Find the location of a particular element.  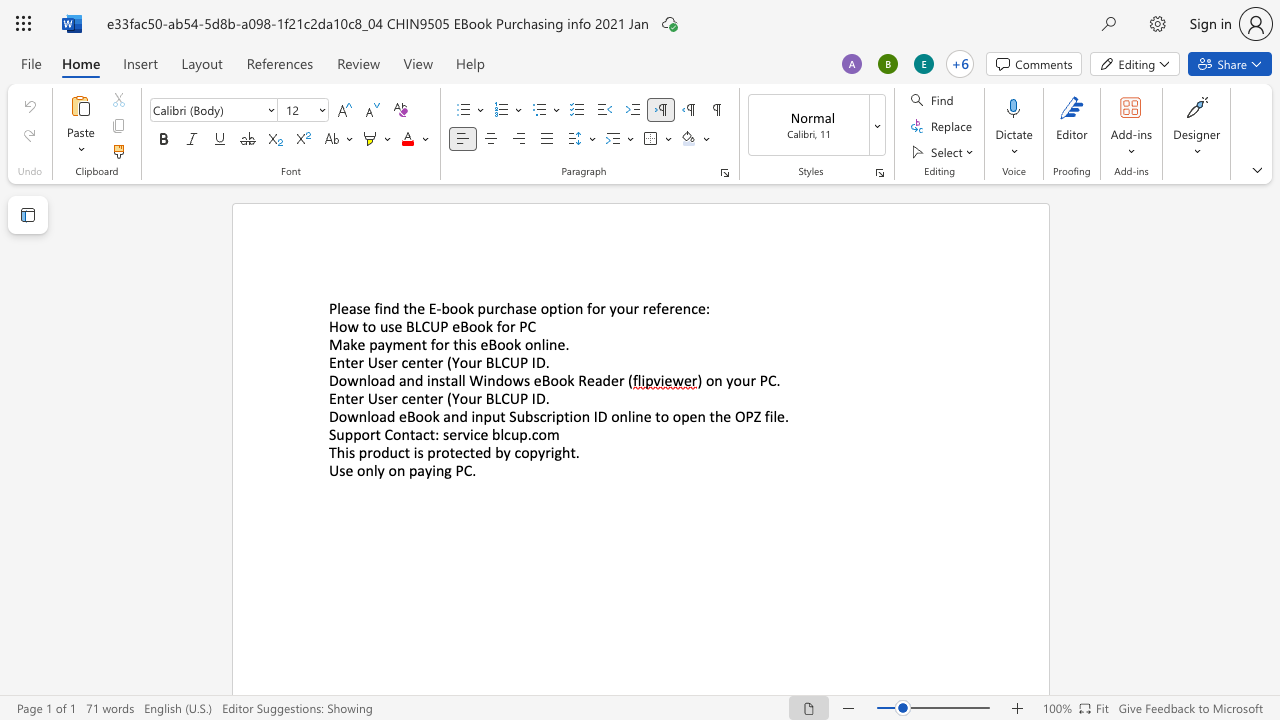

the 1th character "(" in the text is located at coordinates (448, 362).